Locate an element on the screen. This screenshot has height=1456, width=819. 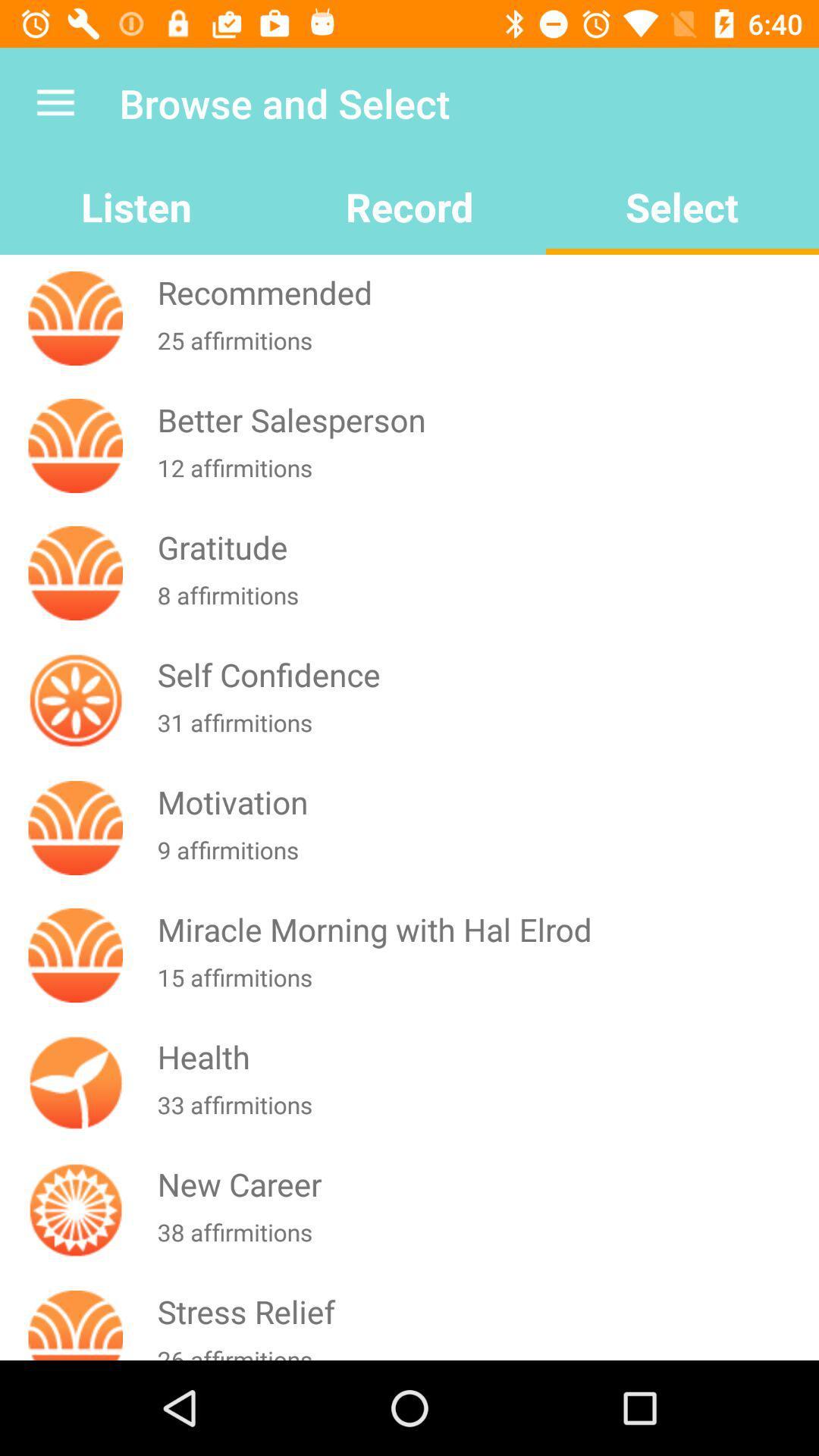
icon below 25 affirmitions item is located at coordinates (485, 419).